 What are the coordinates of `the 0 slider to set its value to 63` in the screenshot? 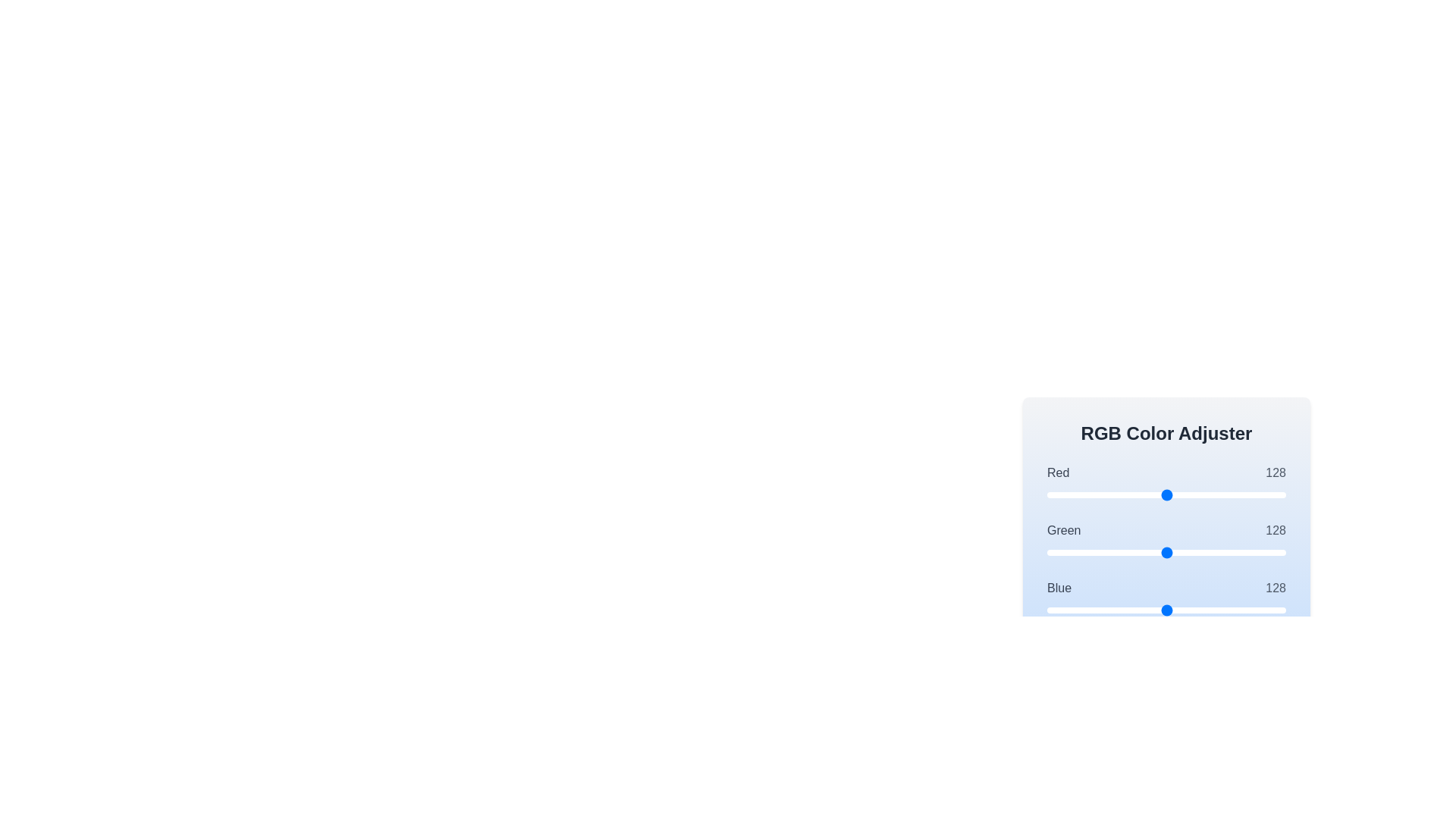 It's located at (1106, 494).